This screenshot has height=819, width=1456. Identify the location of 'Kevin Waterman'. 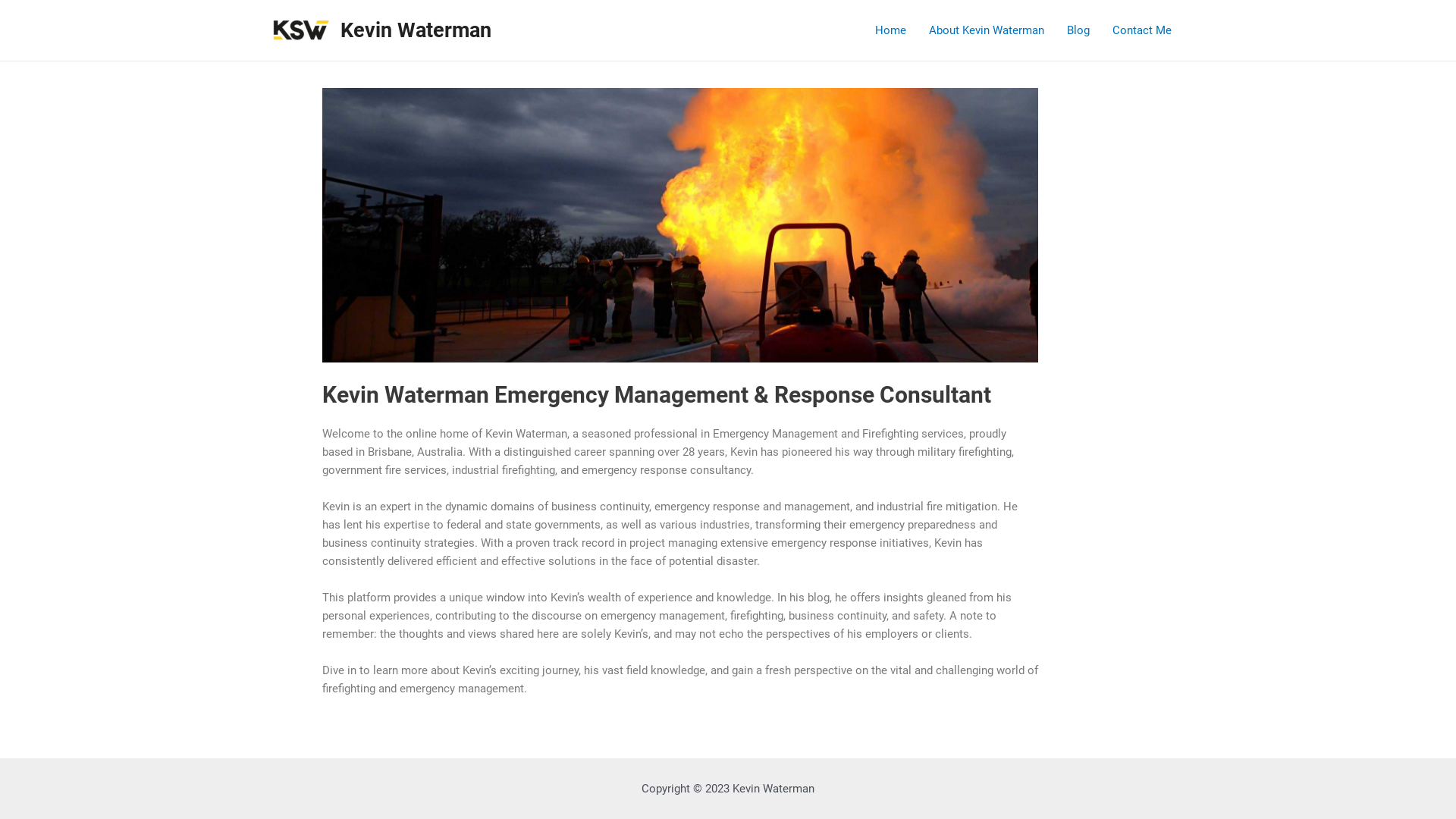
(340, 30).